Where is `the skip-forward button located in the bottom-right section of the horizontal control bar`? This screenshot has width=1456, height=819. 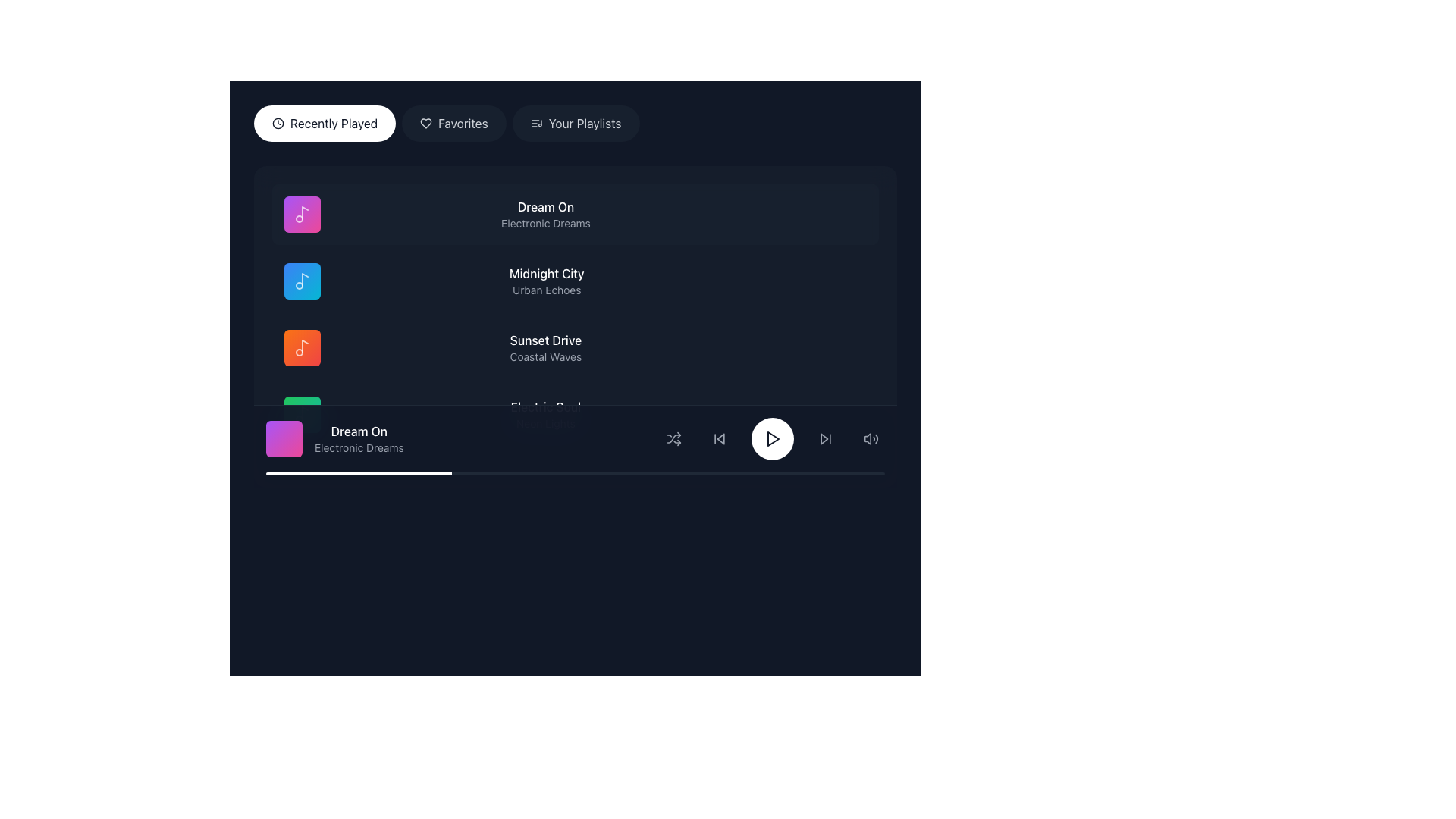
the skip-forward button located in the bottom-right section of the horizontal control bar is located at coordinates (825, 438).